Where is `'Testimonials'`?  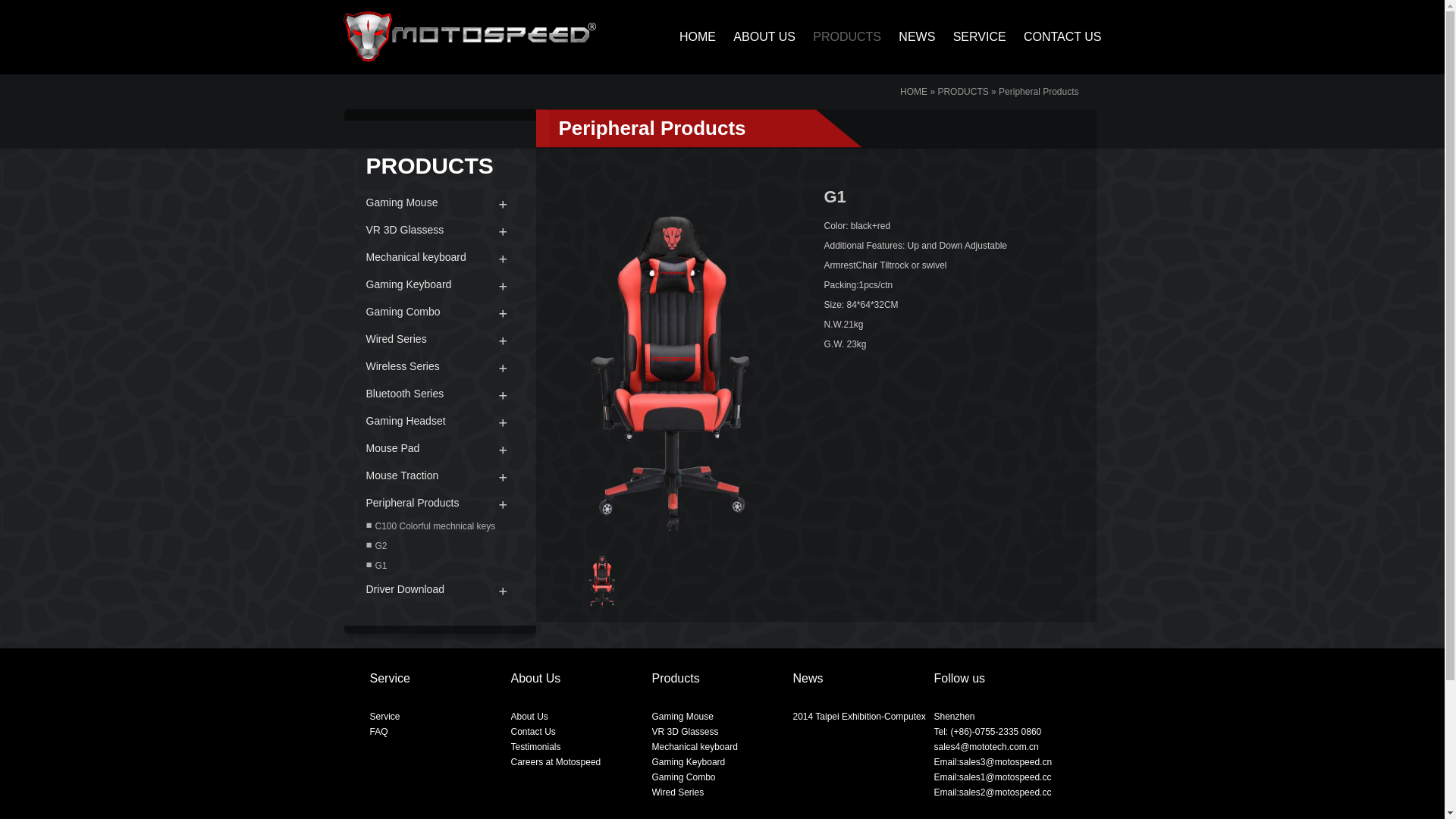
'Testimonials' is located at coordinates (535, 745).